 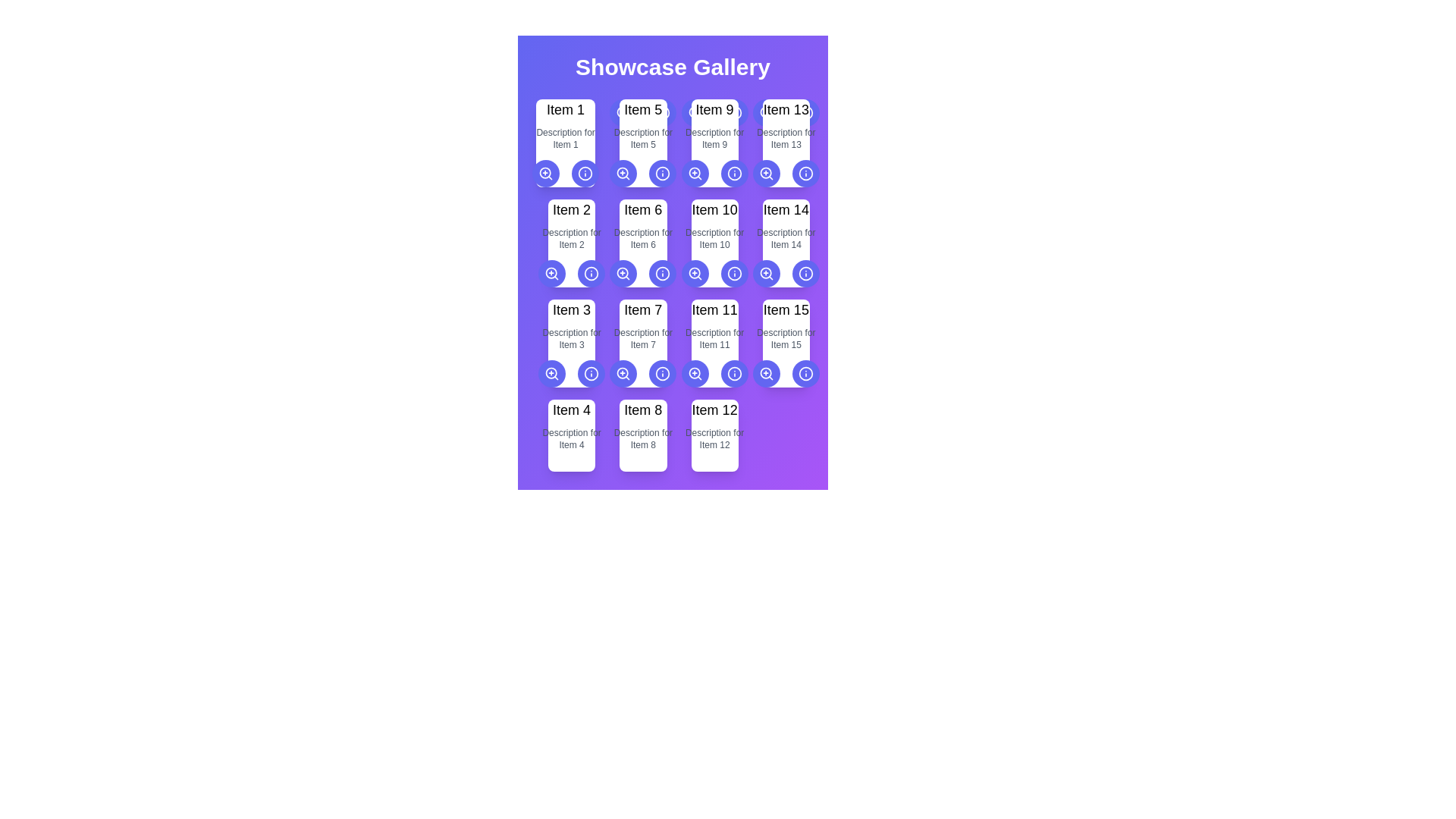 I want to click on the info icon within the circular button located in the lower right corner of the ninth card, so click(x=734, y=172).